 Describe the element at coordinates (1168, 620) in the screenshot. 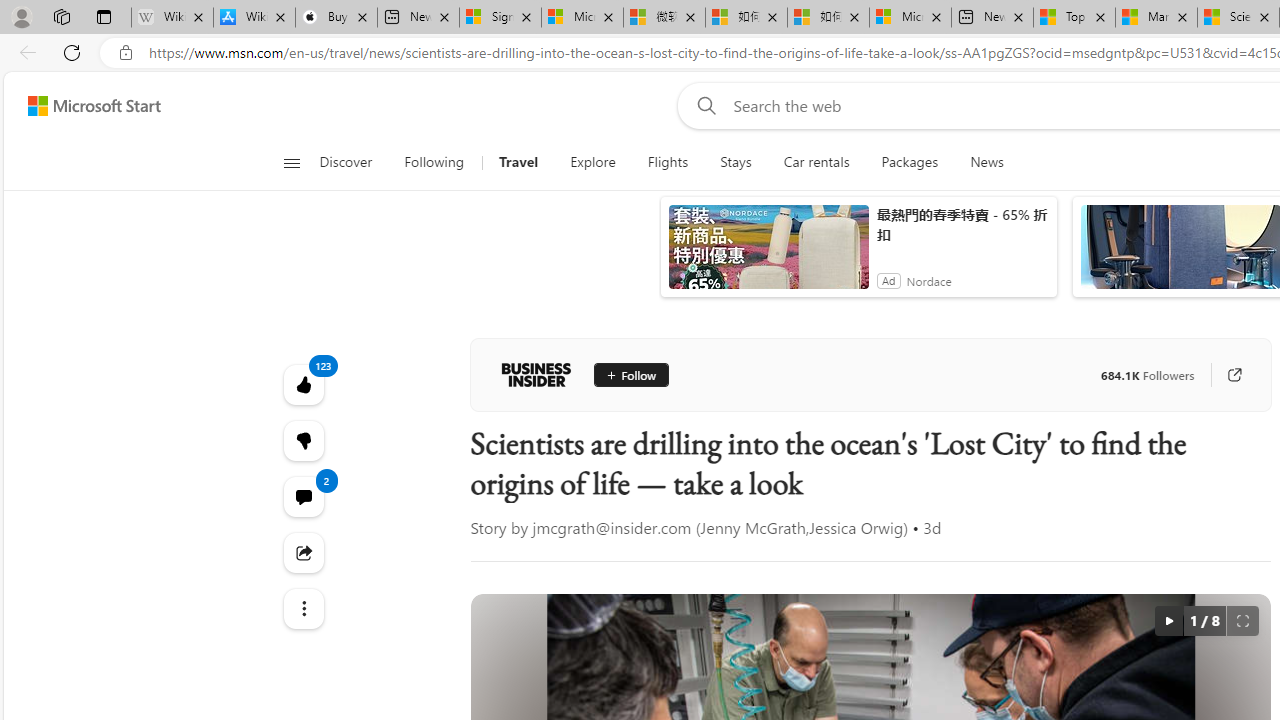

I see `'autorotate button'` at that location.